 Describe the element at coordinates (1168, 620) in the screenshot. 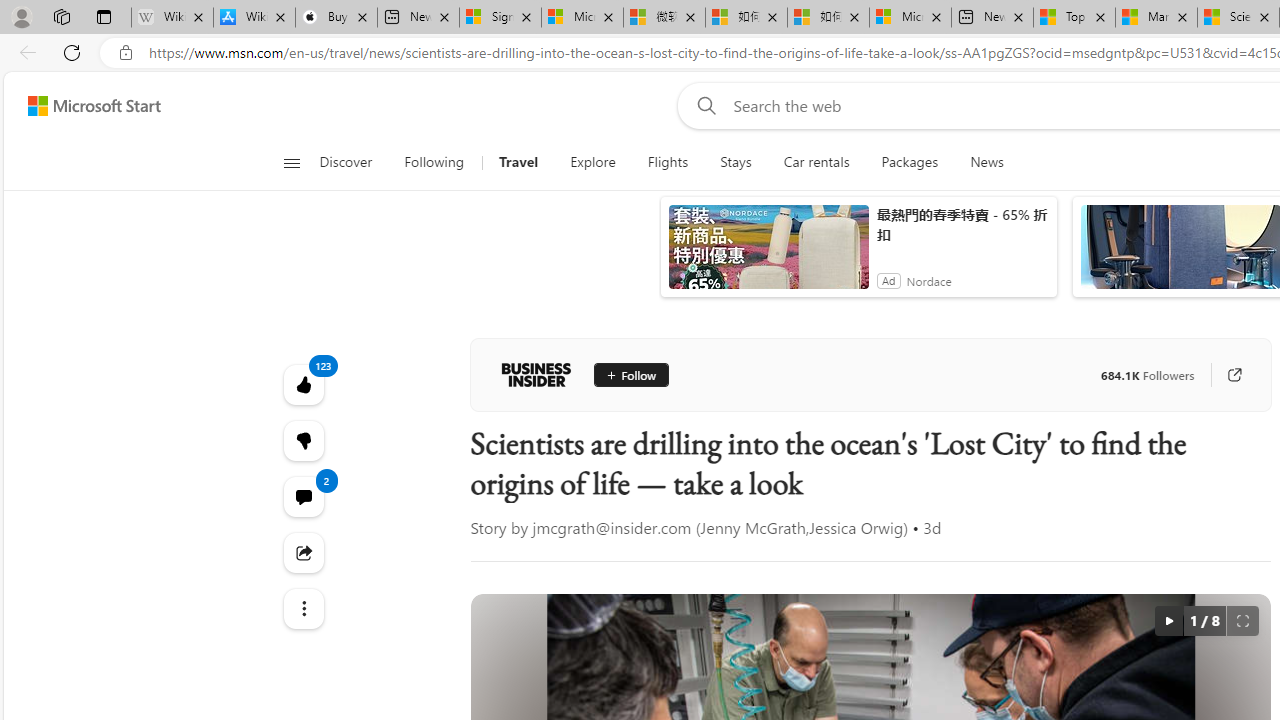

I see `'autorotate button'` at that location.